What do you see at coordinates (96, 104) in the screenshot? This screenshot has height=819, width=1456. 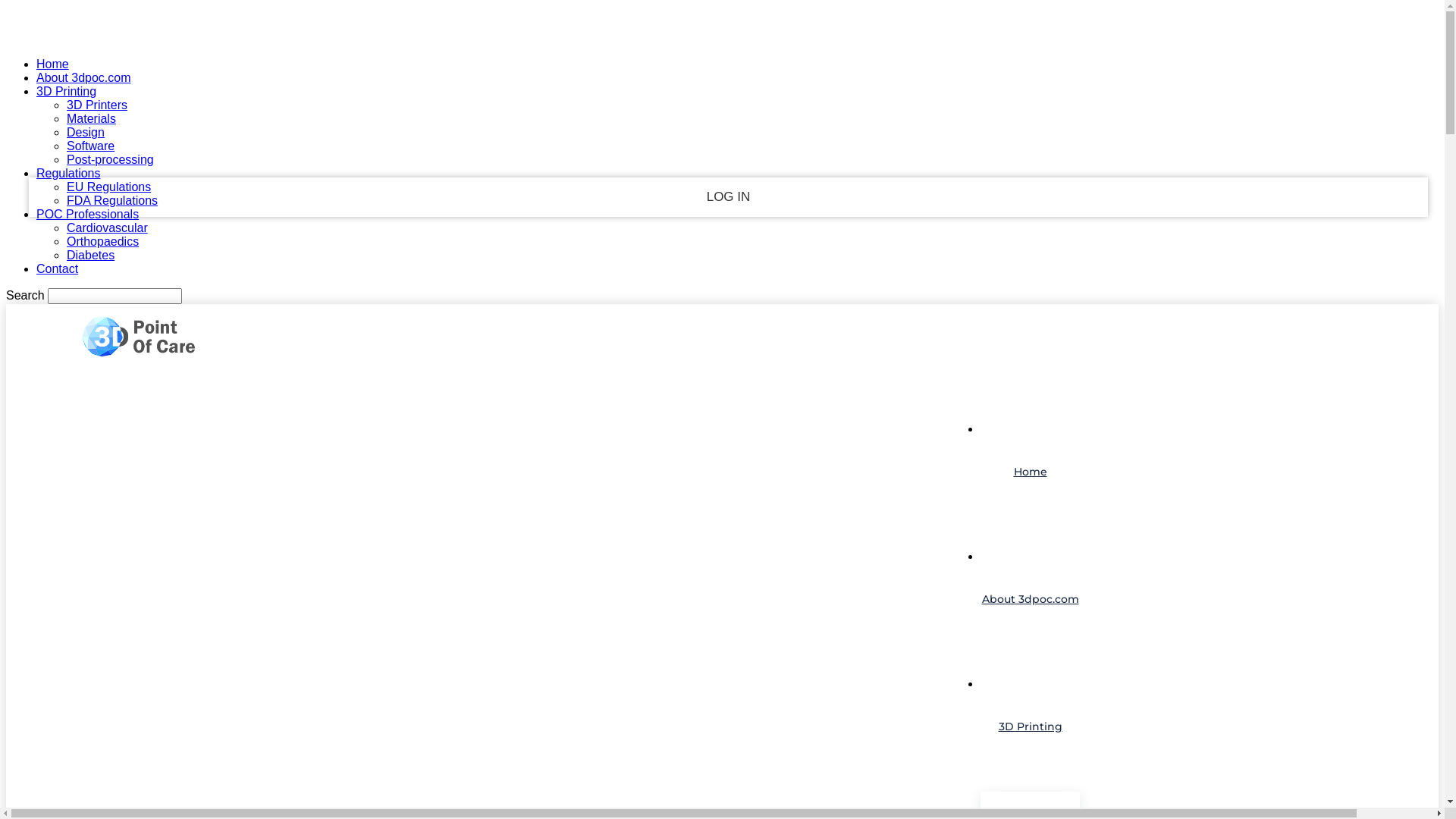 I see `'3D Printers'` at bounding box center [96, 104].